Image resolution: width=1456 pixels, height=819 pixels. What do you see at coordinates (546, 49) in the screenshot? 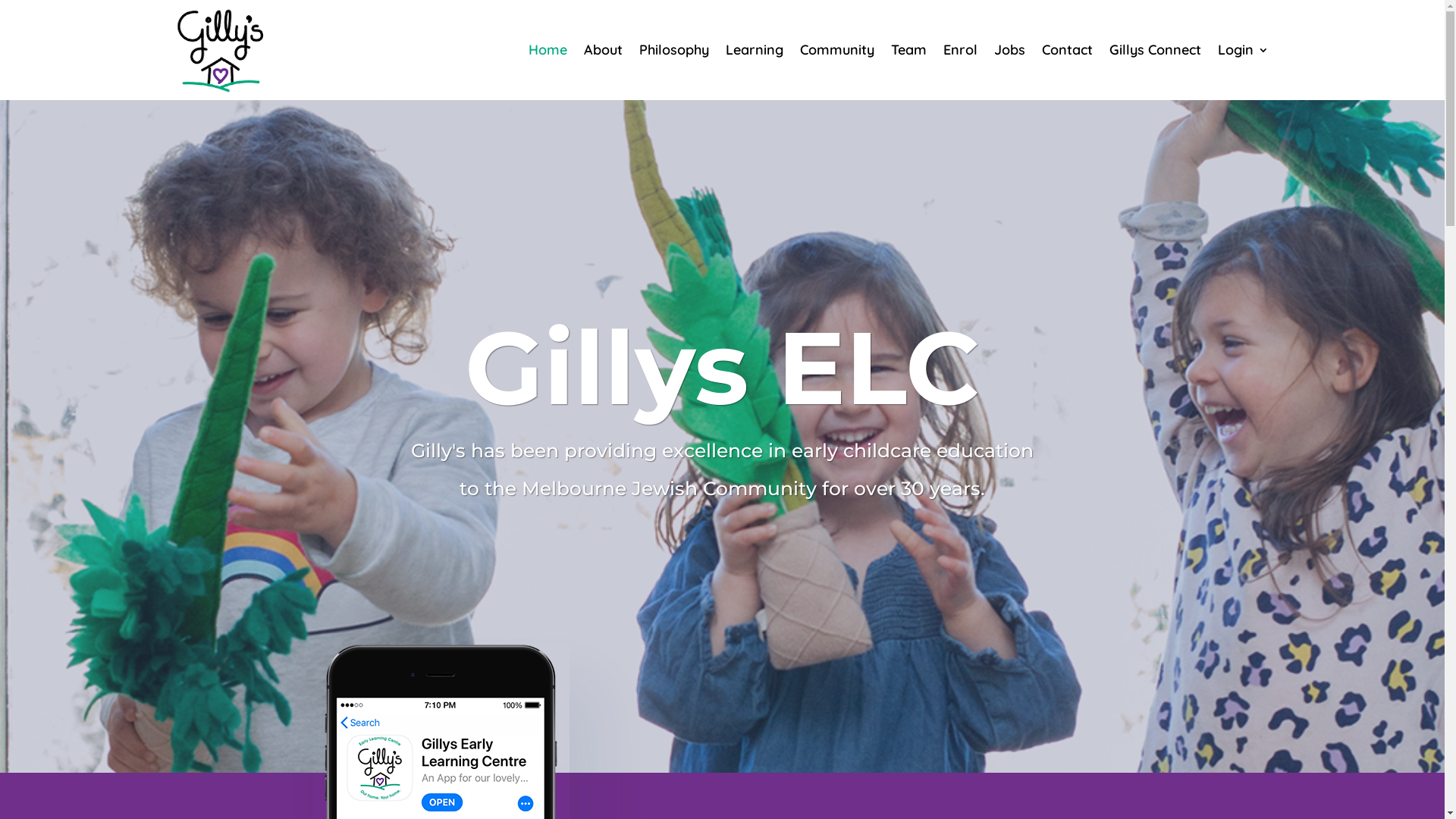
I see `'Home'` at bounding box center [546, 49].